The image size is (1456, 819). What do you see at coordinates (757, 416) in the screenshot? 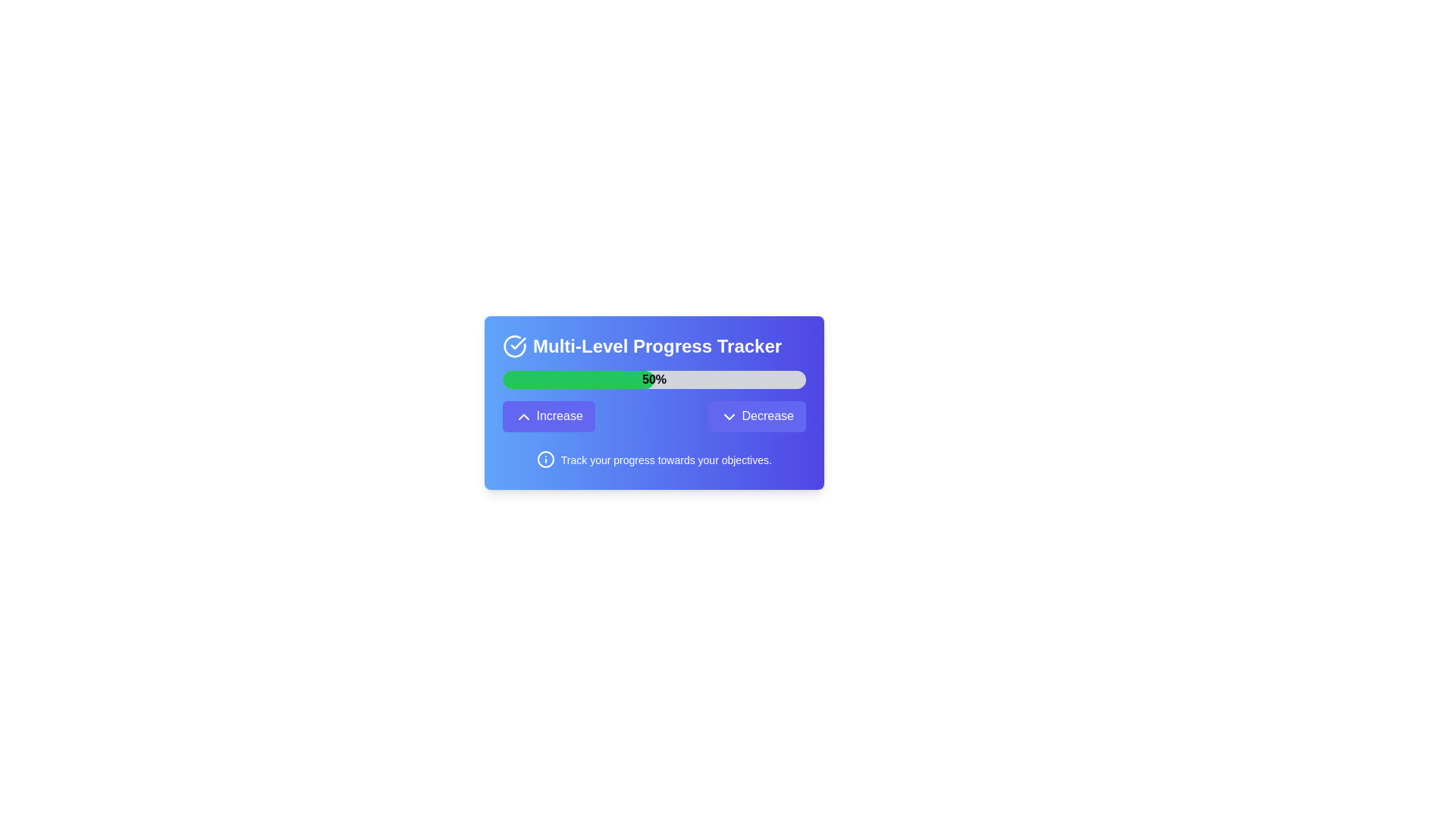
I see `the 'Decrease' button, which has a blue background, rounded corners, and a downward-pointing chevron icon` at bounding box center [757, 416].